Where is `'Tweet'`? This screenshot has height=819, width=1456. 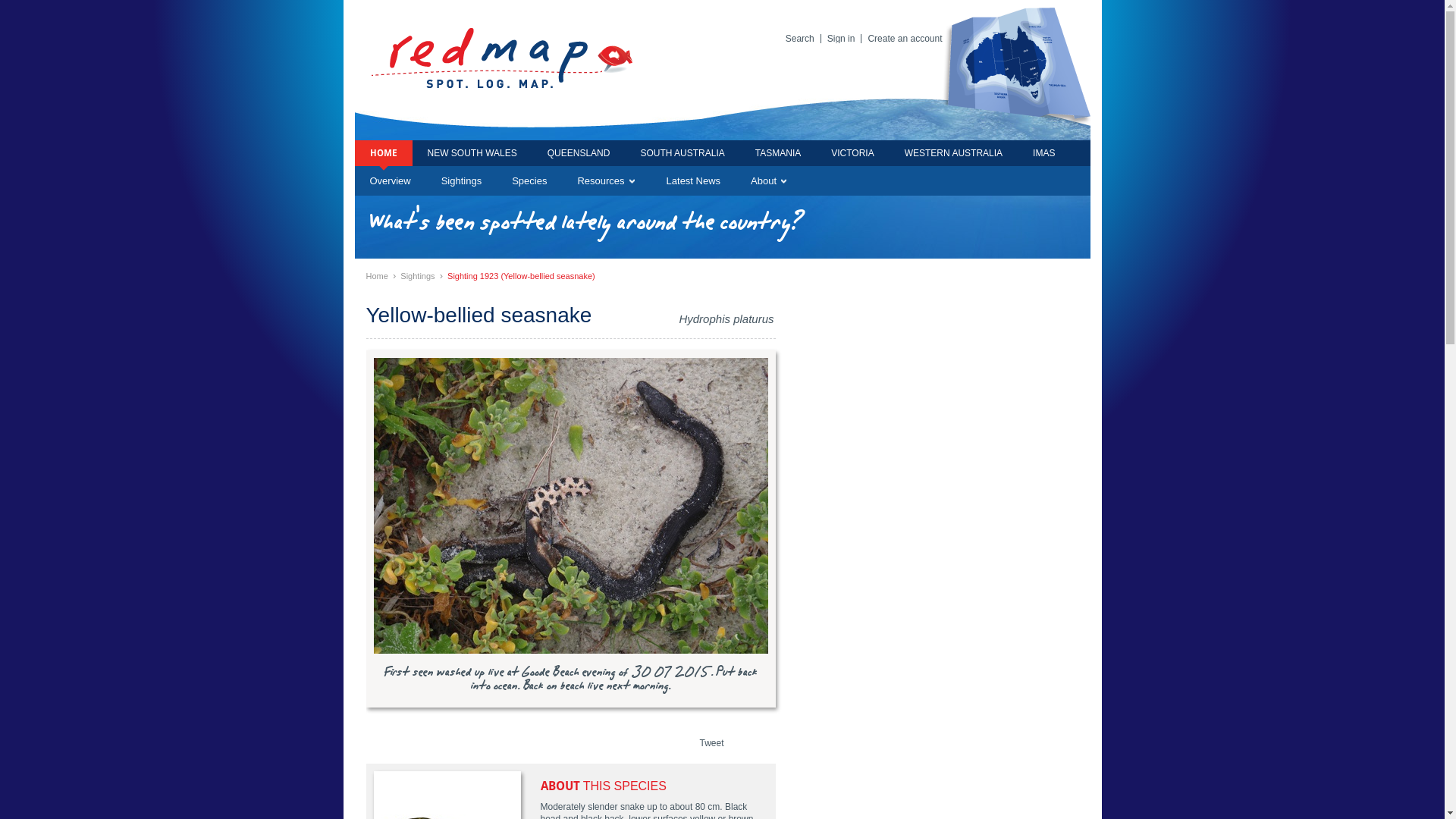
'Tweet' is located at coordinates (710, 742).